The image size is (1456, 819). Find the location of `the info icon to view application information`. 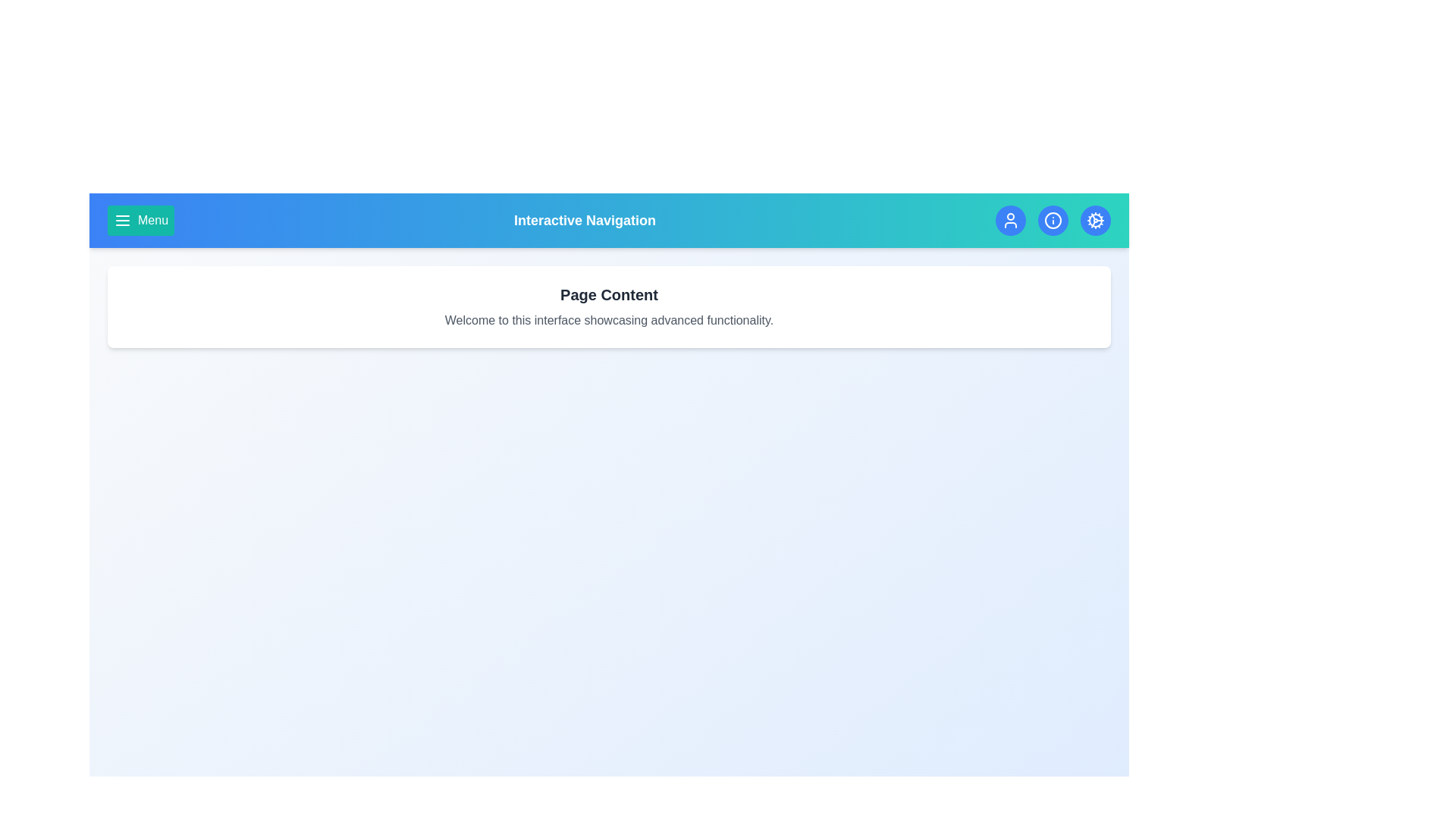

the info icon to view application information is located at coordinates (1052, 220).